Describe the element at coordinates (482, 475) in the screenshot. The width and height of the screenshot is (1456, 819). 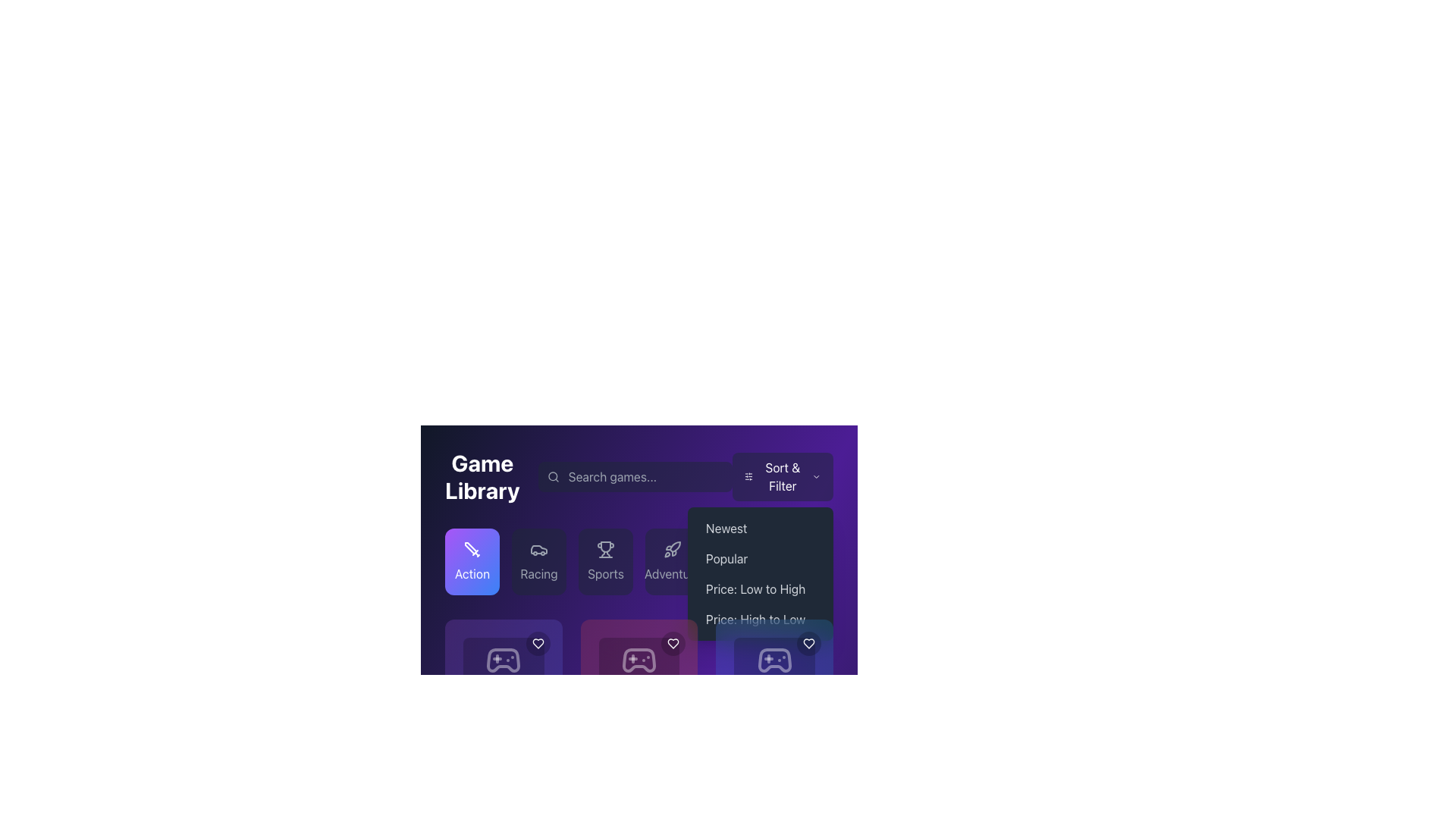
I see `the Text label indicating the 'Game Library' section, which is positioned at the top-left corner of the interface` at that location.